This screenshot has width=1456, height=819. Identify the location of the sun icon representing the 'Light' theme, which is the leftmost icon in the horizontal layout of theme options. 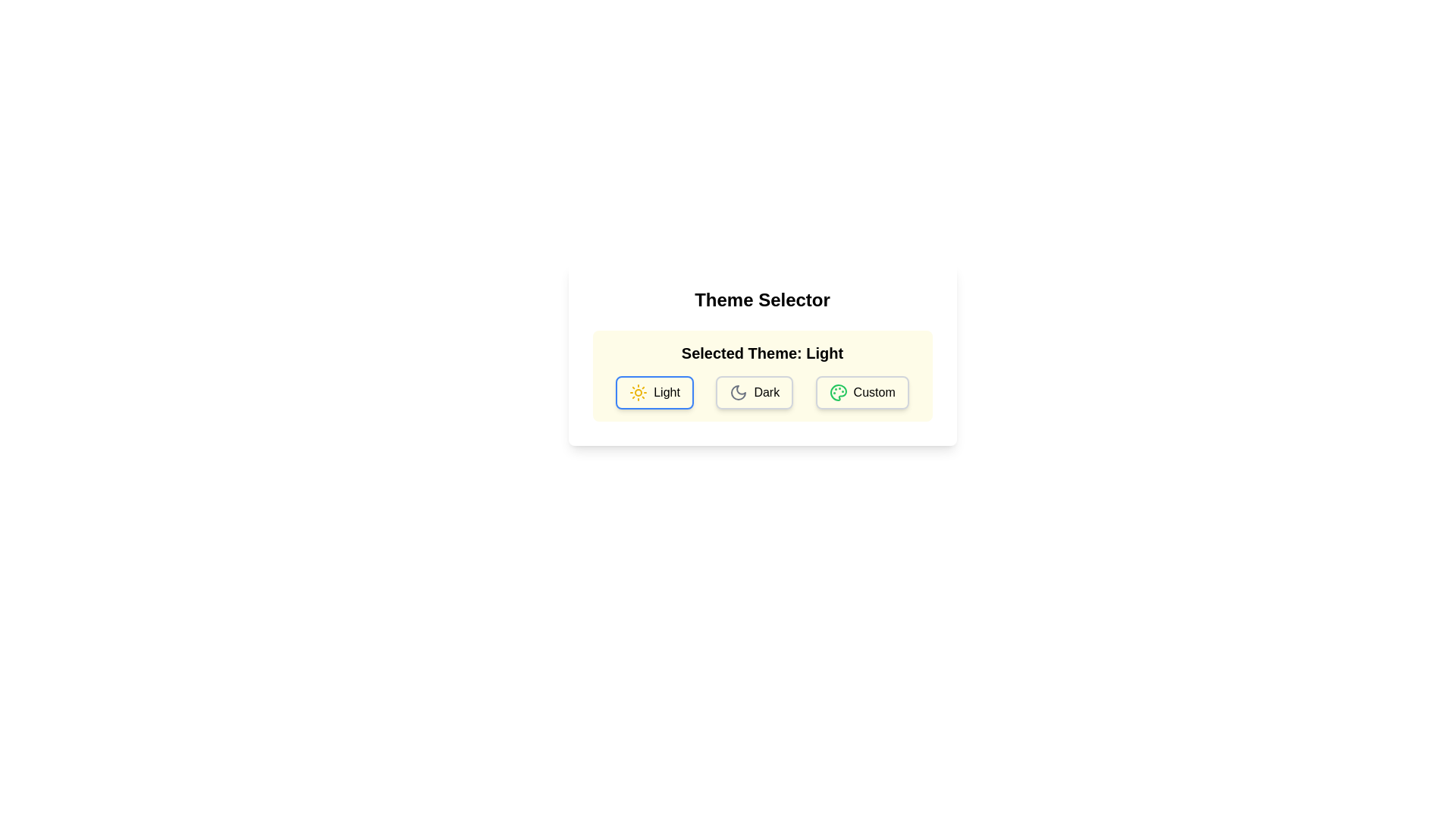
(639, 391).